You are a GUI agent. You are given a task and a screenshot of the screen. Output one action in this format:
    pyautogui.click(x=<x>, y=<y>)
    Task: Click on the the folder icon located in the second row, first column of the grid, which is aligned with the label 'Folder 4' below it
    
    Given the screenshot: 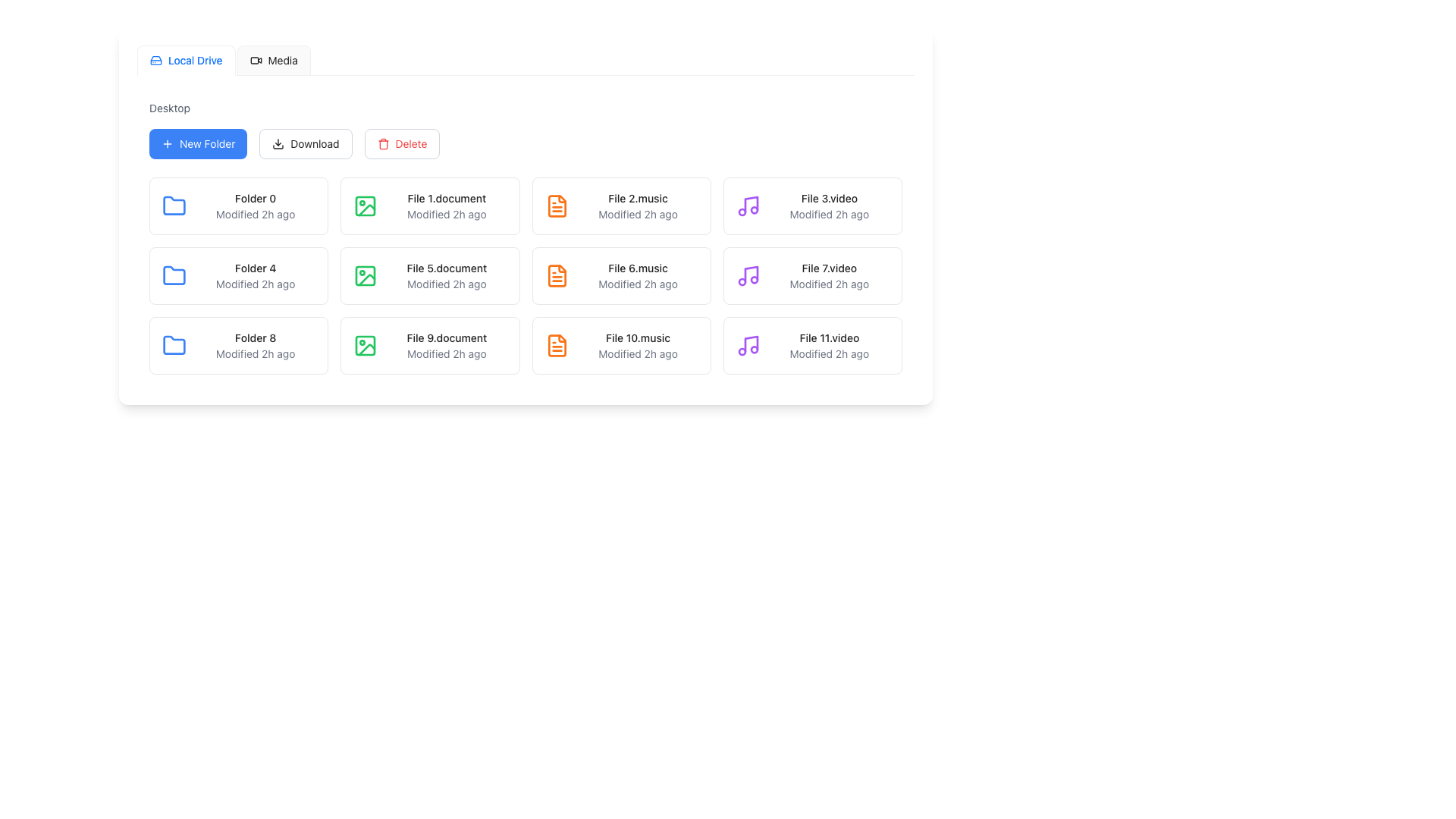 What is the action you would take?
    pyautogui.click(x=174, y=275)
    